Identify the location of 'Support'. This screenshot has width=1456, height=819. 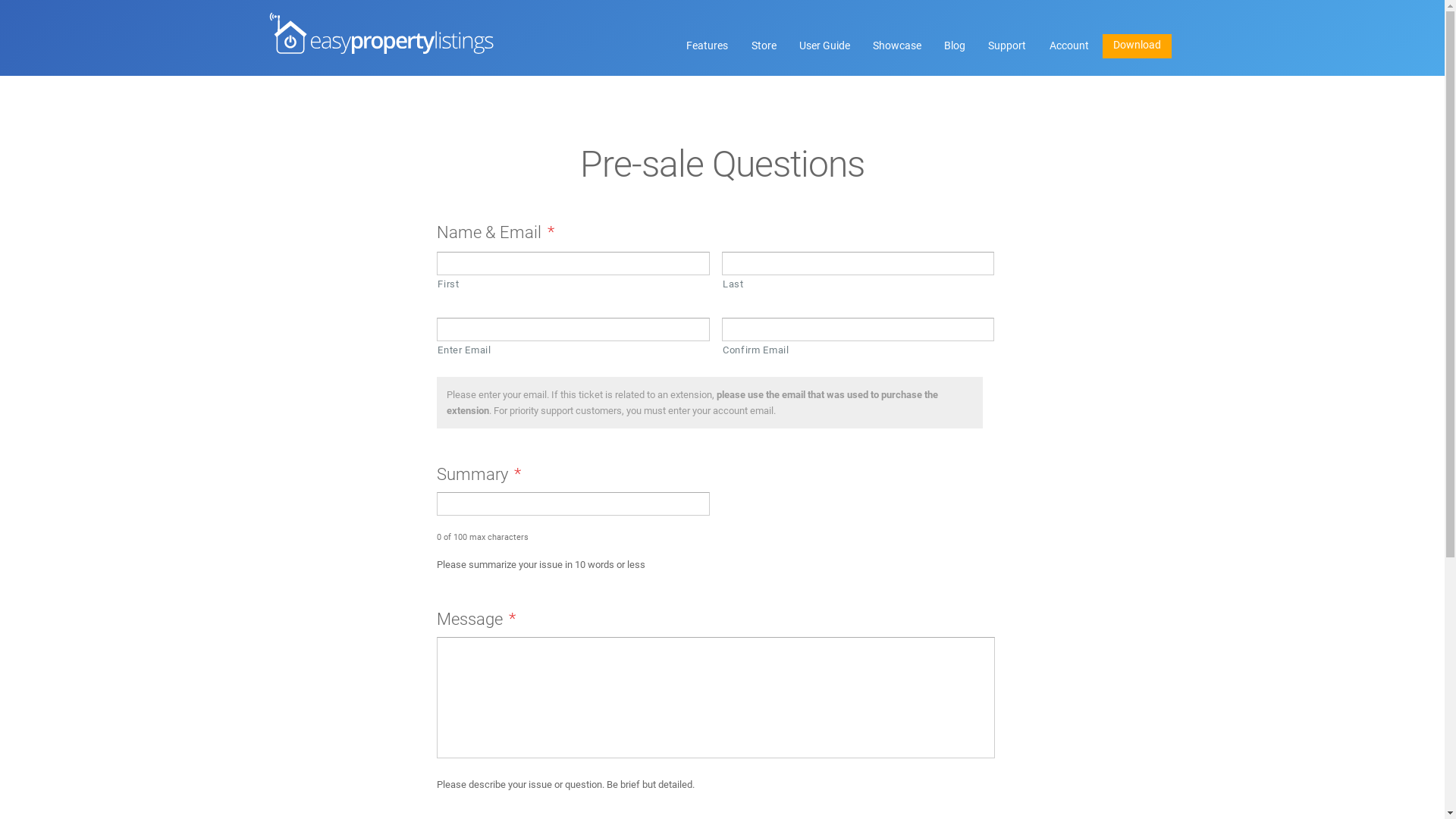
(1007, 45).